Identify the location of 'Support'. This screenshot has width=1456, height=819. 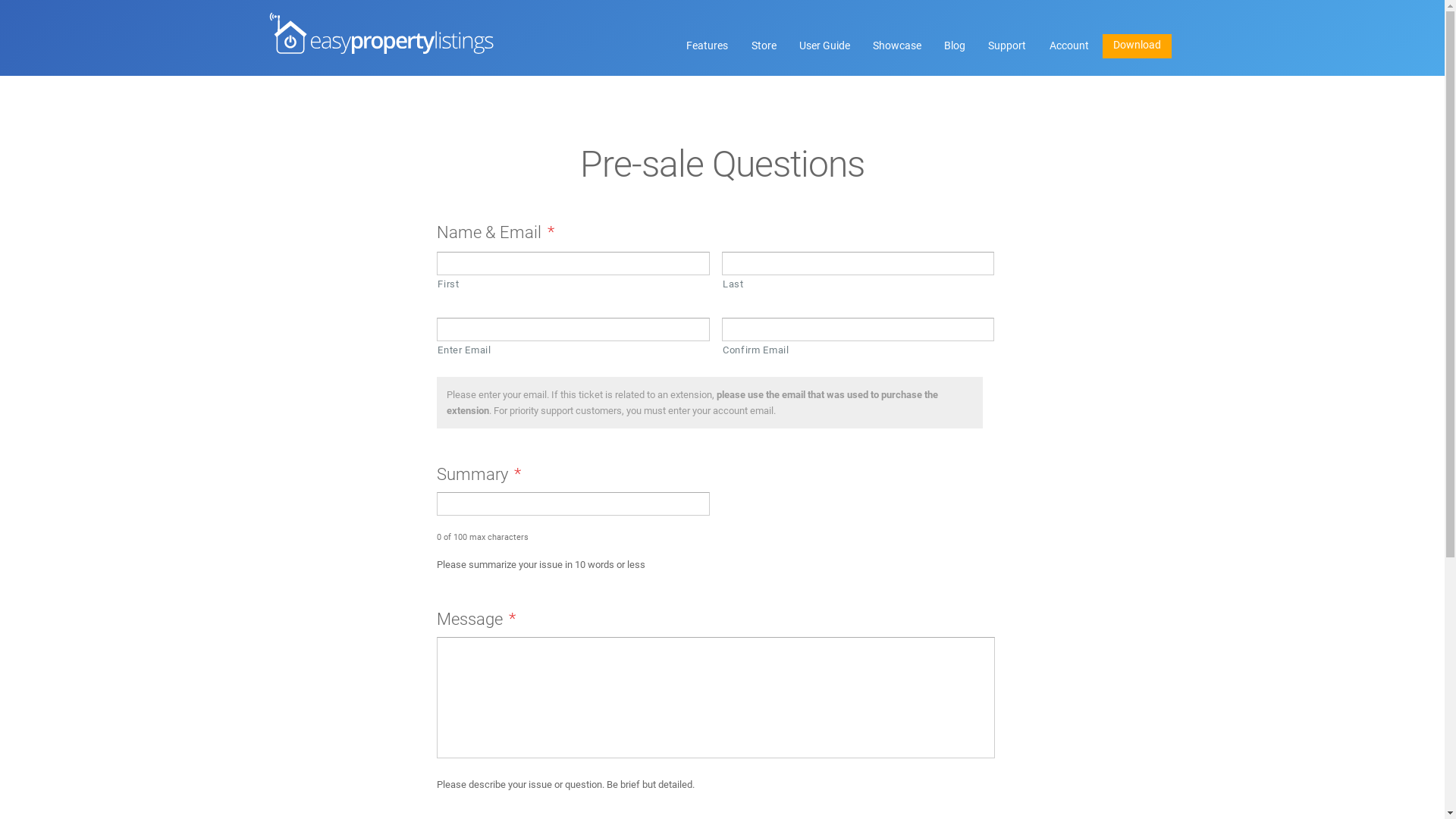
(1007, 45).